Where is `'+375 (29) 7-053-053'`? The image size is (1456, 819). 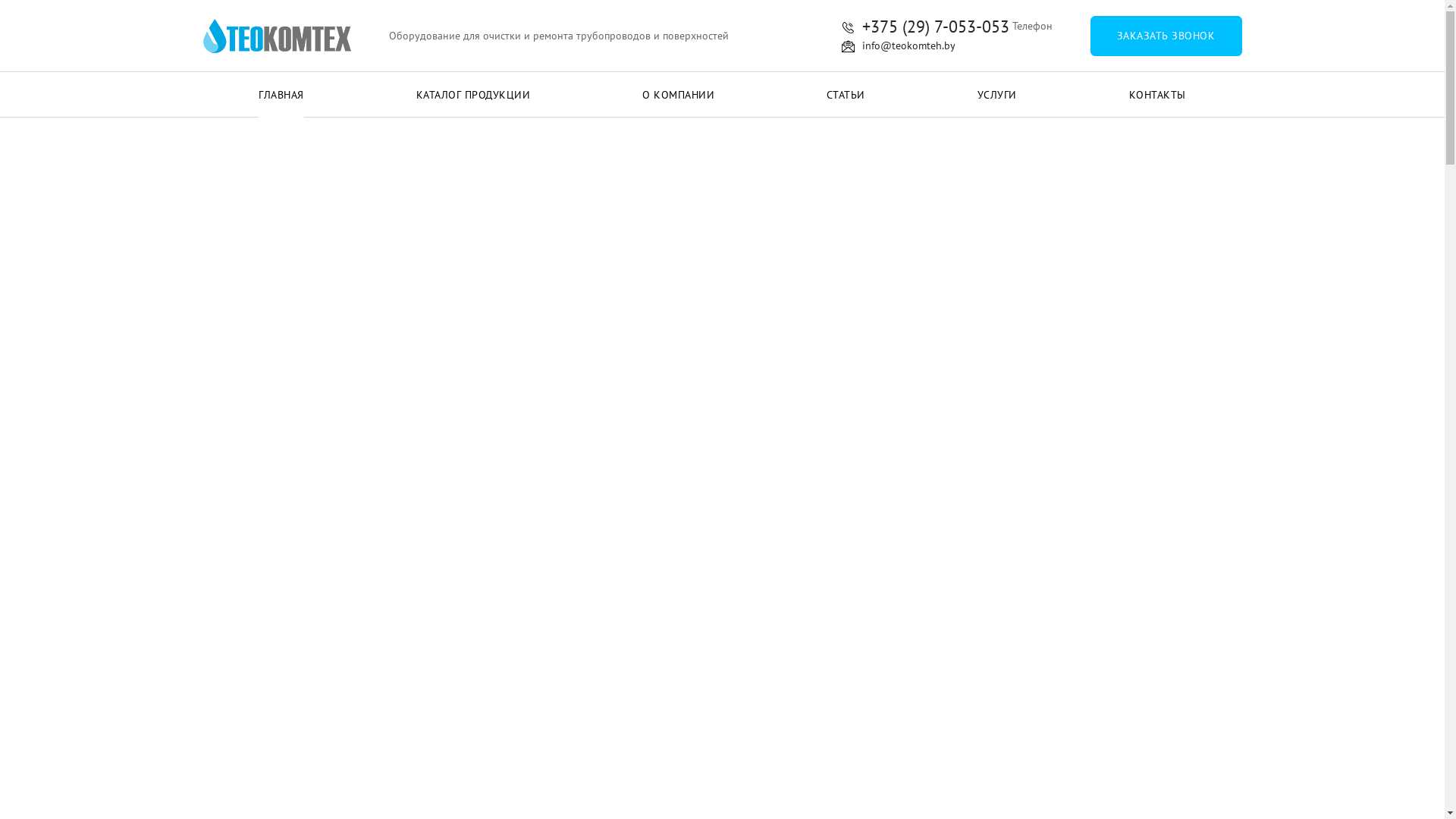
'+375 (29) 7-053-053' is located at coordinates (924, 27).